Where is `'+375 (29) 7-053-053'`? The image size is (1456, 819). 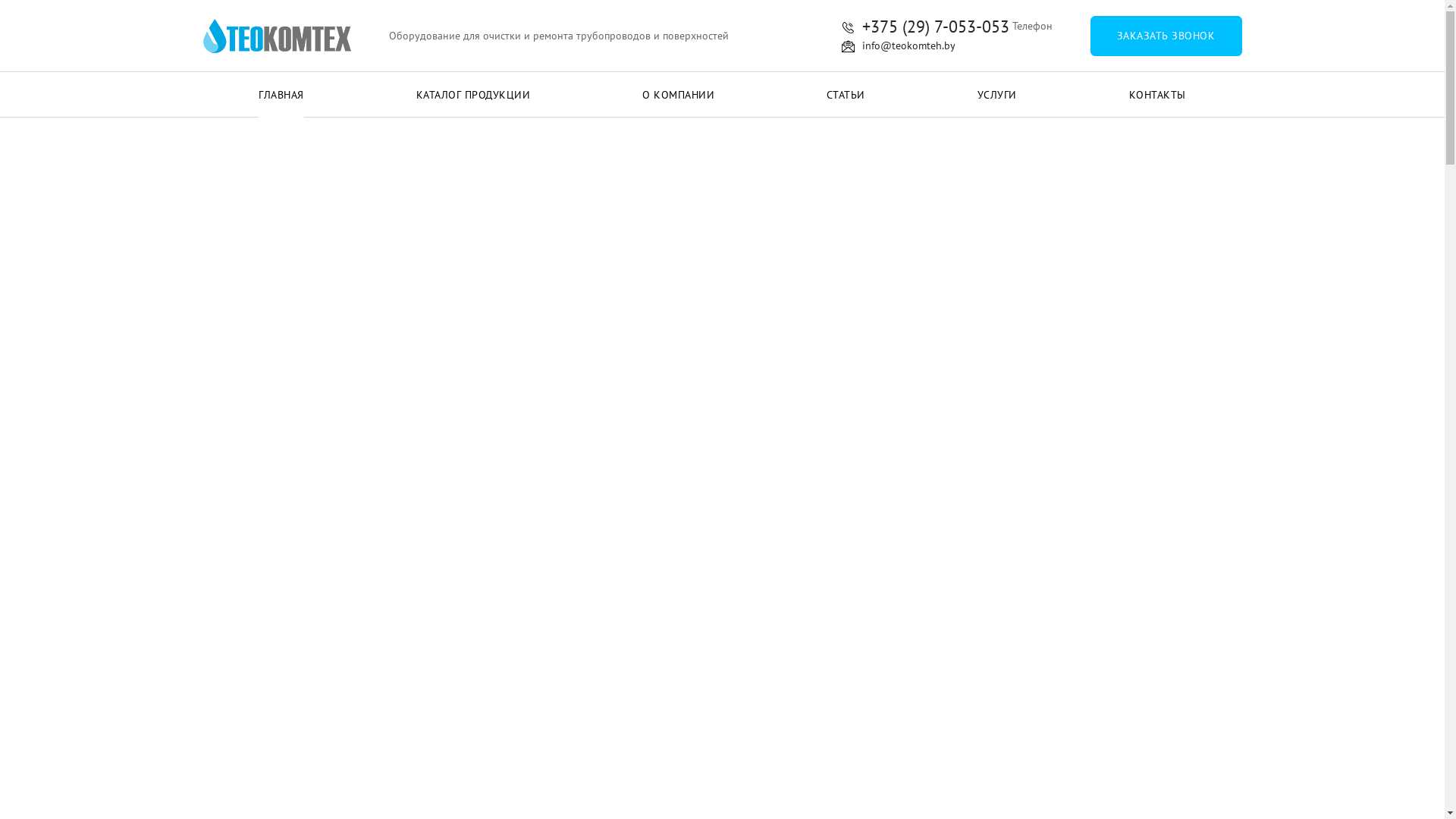
'+375 (29) 7-053-053' is located at coordinates (924, 27).